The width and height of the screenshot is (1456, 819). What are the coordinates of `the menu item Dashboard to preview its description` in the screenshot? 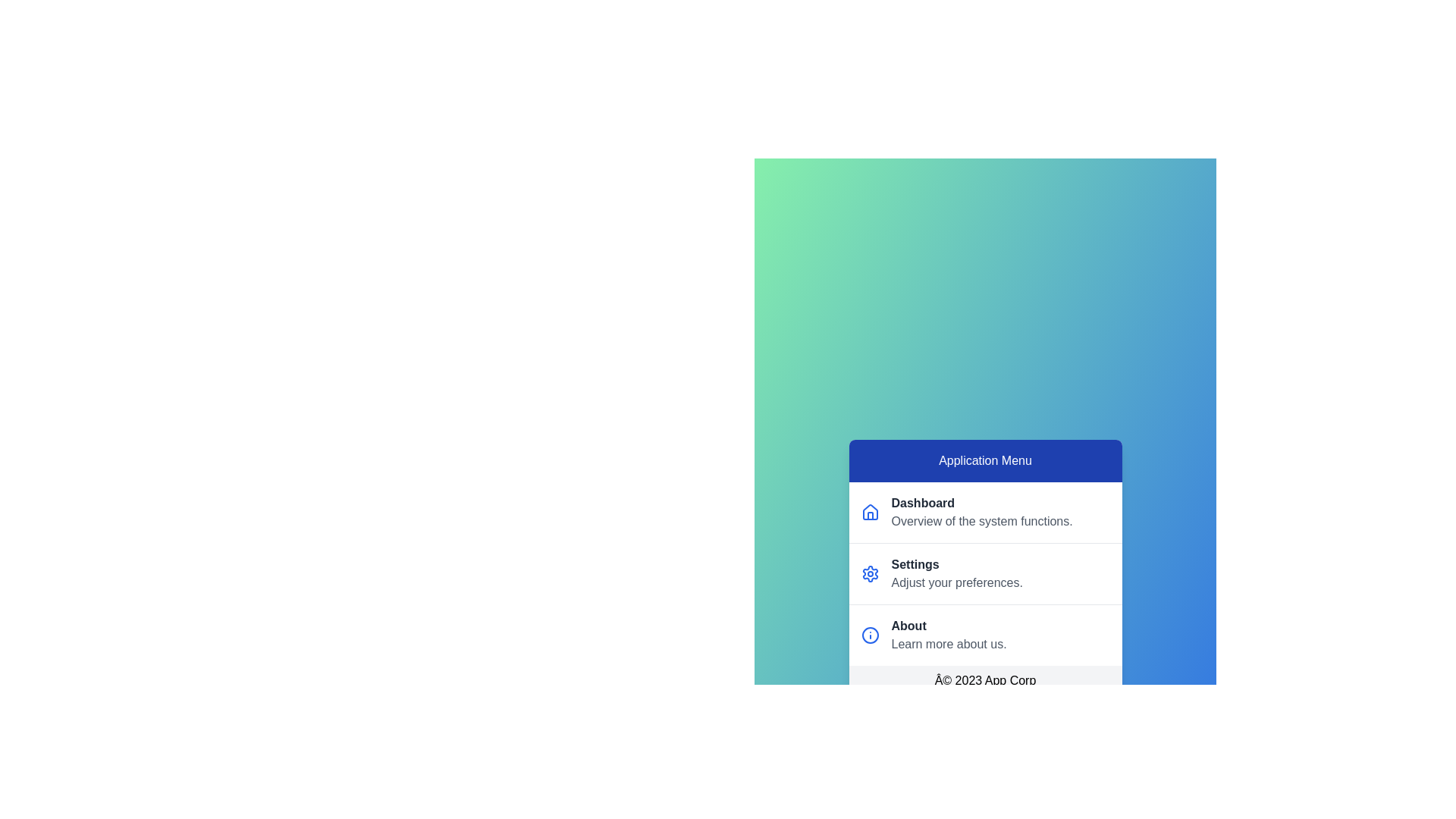 It's located at (985, 512).